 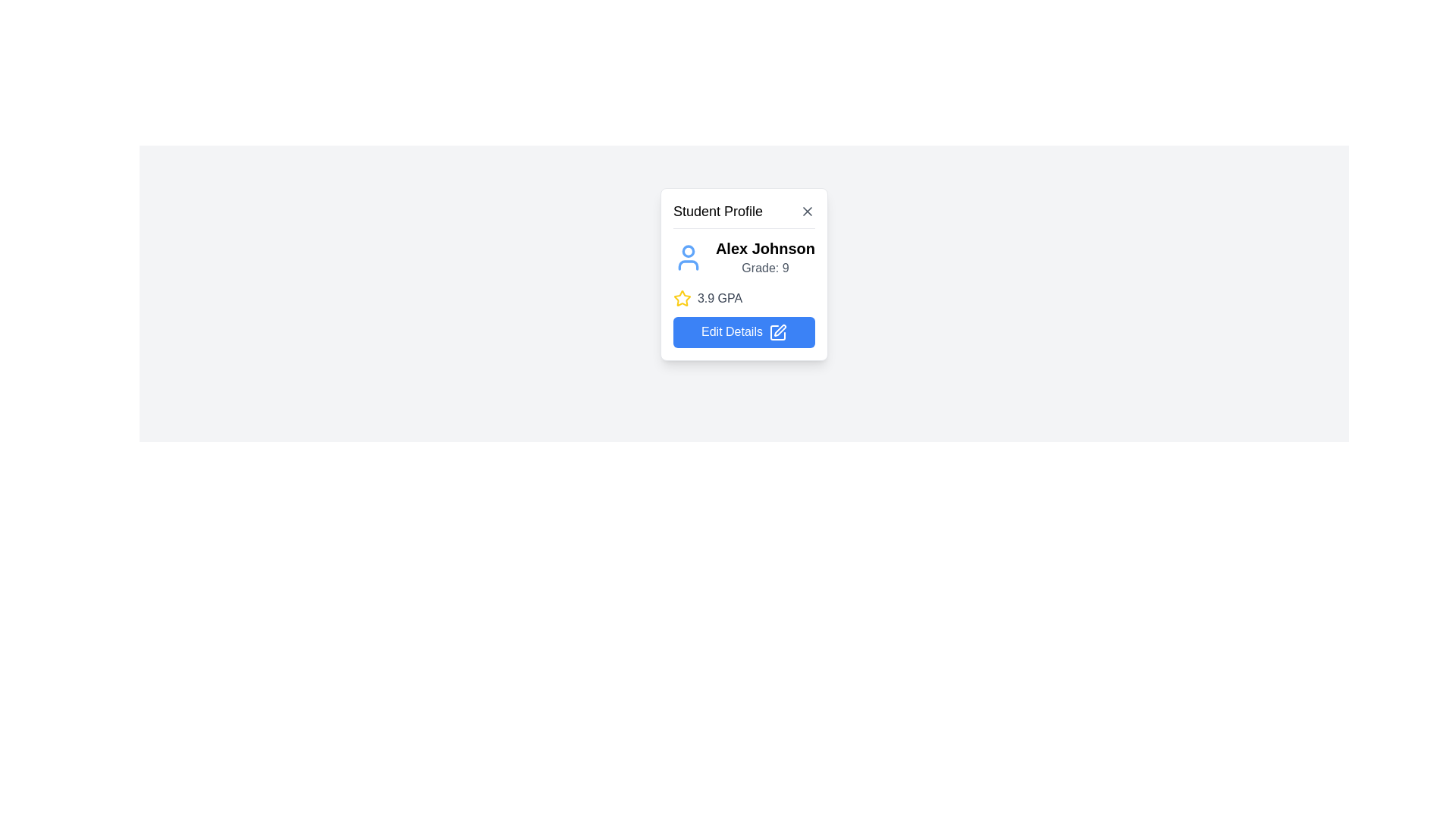 I want to click on the close button with an 'X' icon located at the top-right corner of the 'Student Profile' header, so click(x=807, y=211).